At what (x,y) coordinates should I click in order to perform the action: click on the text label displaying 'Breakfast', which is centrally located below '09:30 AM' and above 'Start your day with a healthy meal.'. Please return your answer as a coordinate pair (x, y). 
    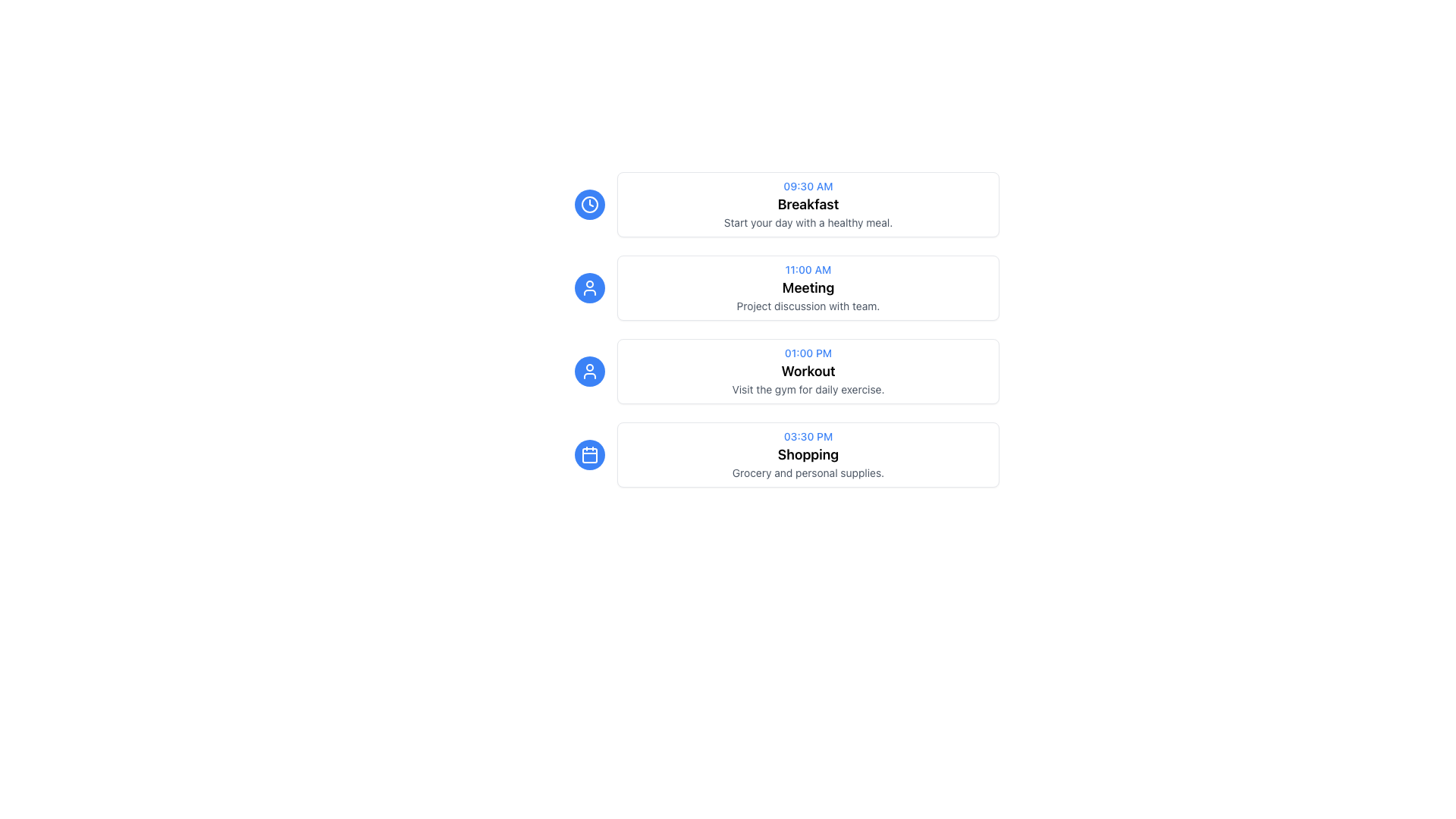
    Looking at the image, I should click on (807, 205).